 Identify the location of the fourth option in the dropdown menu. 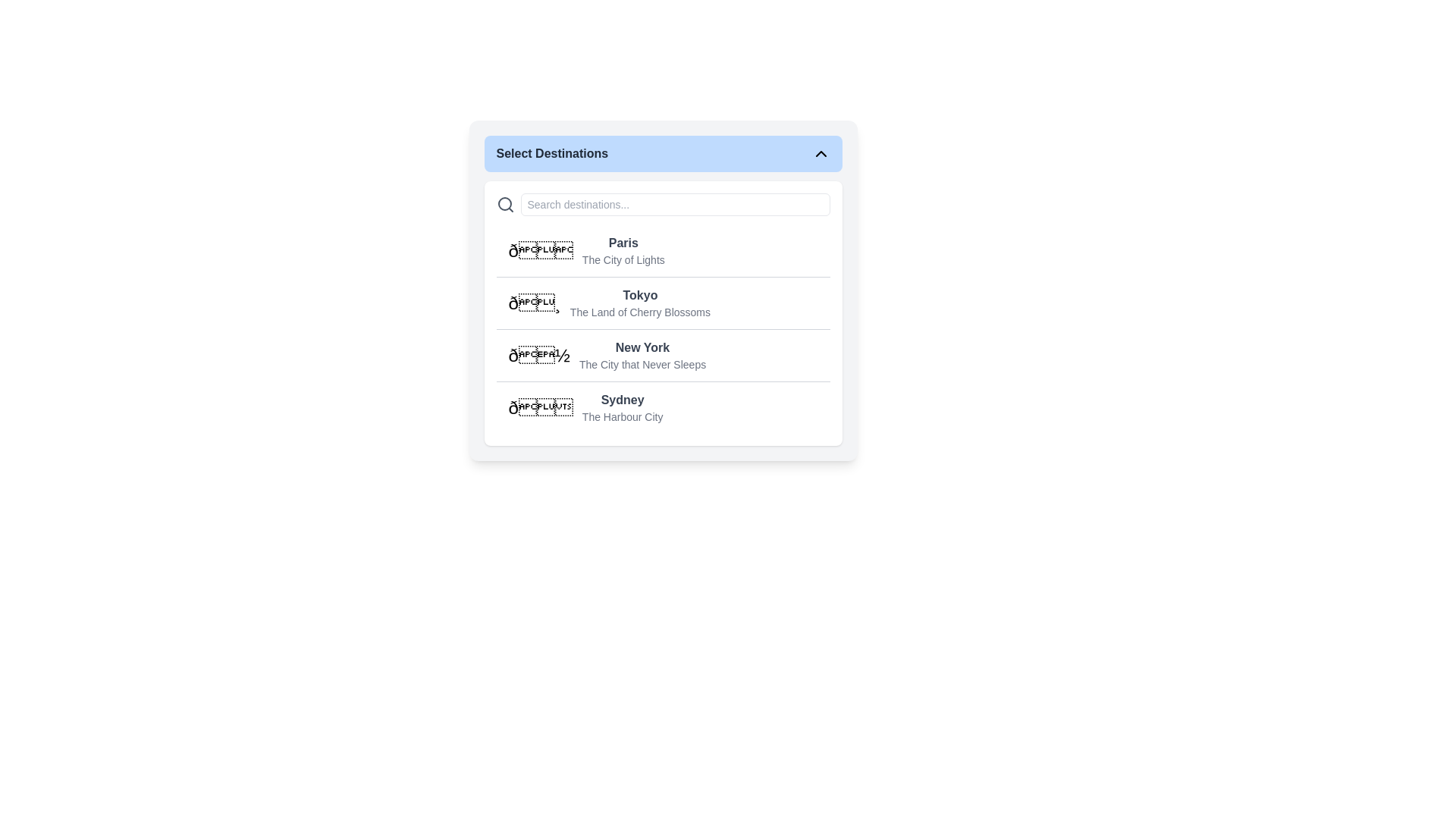
(663, 406).